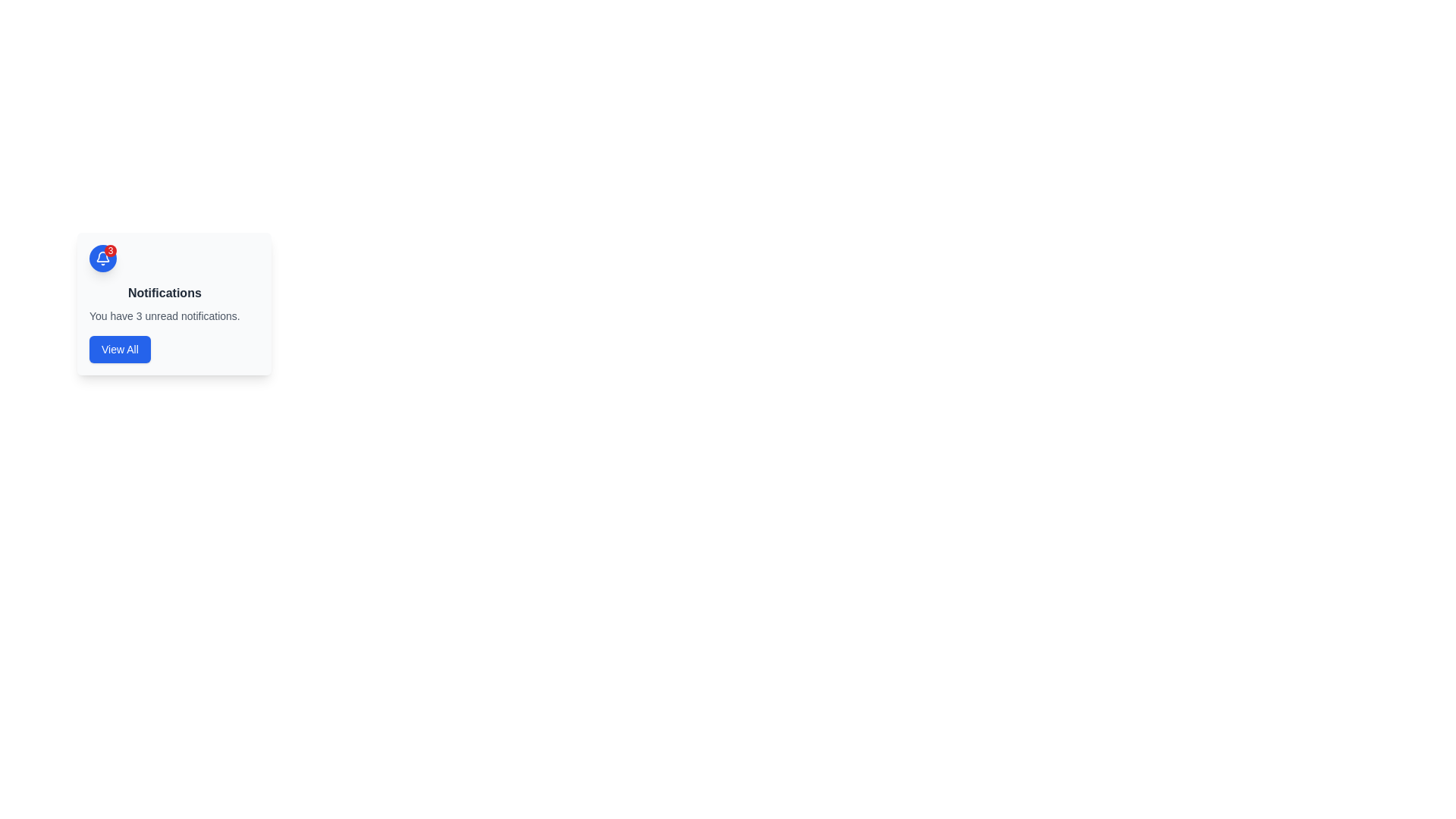  I want to click on the bold text label 'Notifications' styled in dark gray located at the top of the notification card, so click(165, 293).